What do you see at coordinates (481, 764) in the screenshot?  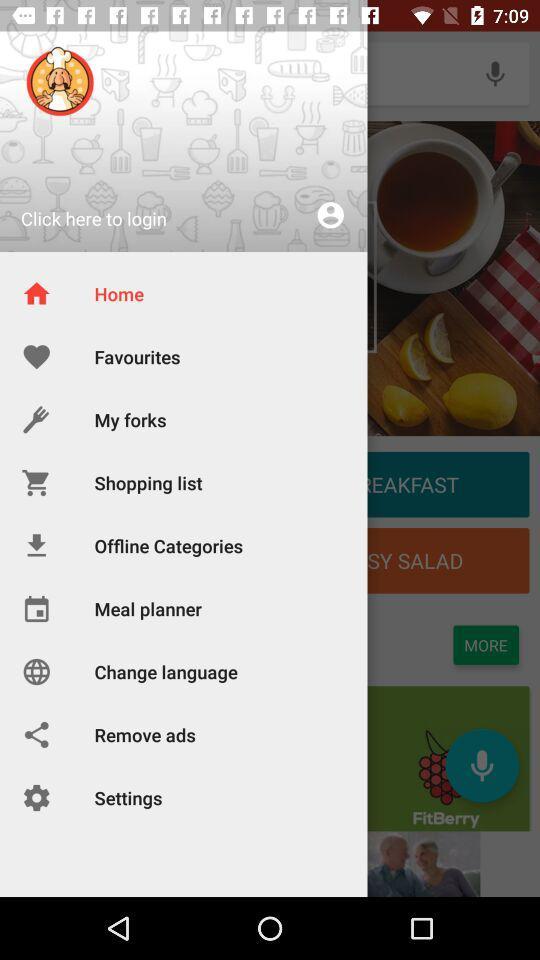 I see `the microphone icon` at bounding box center [481, 764].